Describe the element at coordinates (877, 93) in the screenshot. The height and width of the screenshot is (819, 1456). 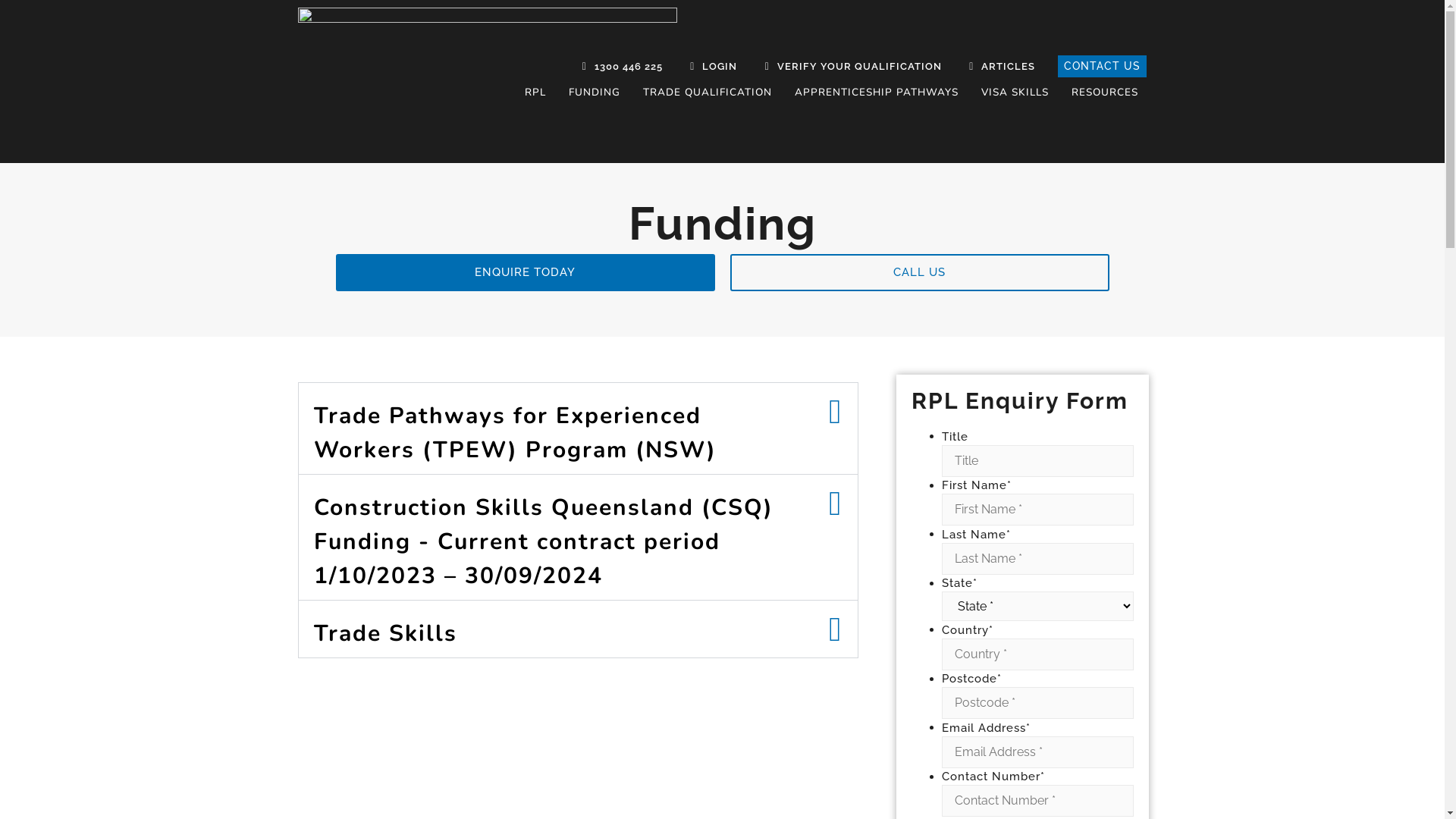
I see `'APPRENTICESHIP PATHWAYS'` at that location.